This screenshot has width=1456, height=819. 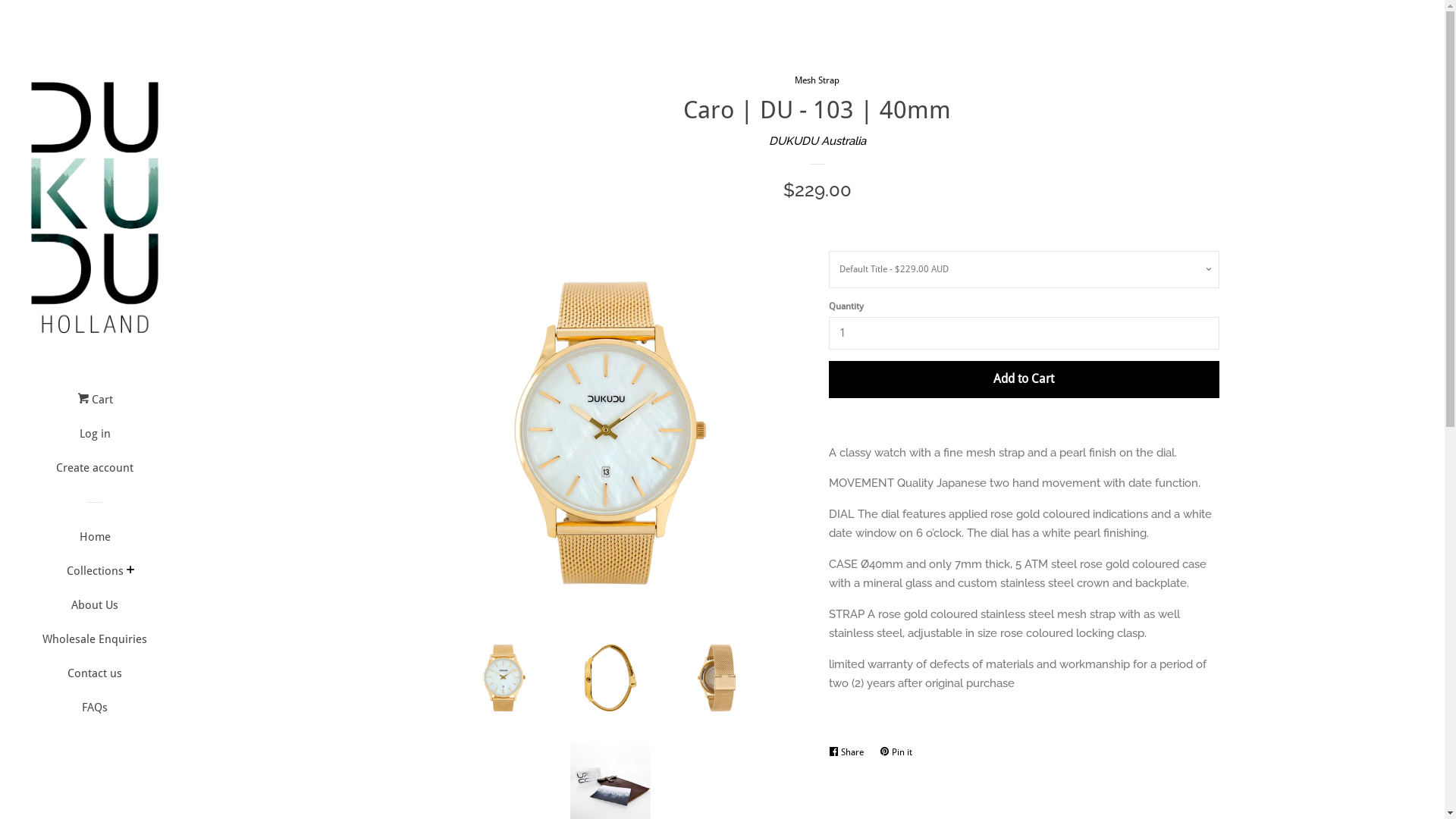 What do you see at coordinates (848, 752) in the screenshot?
I see `'Share` at bounding box center [848, 752].